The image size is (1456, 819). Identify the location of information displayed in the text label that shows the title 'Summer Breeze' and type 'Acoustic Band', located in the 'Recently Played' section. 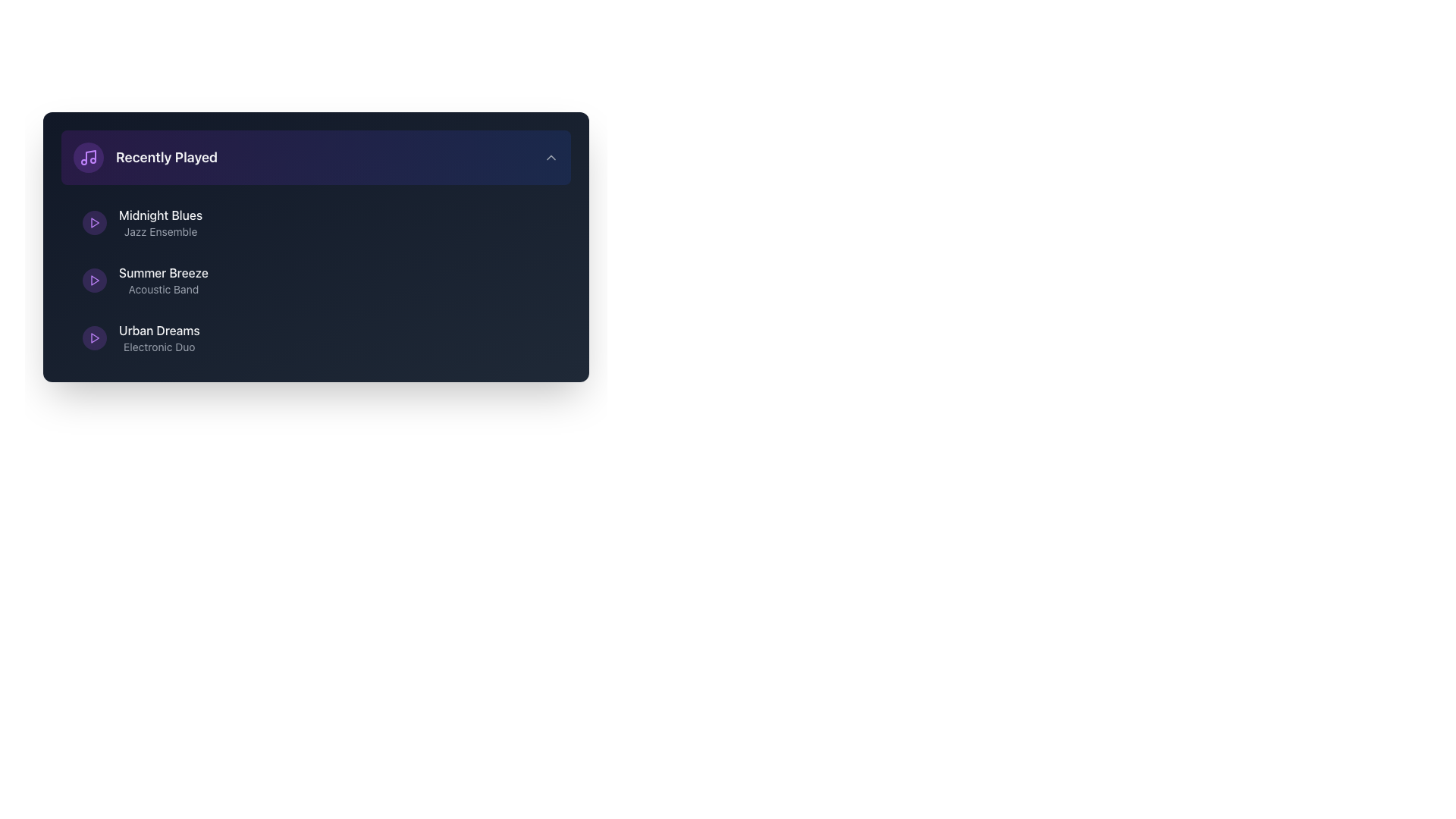
(163, 281).